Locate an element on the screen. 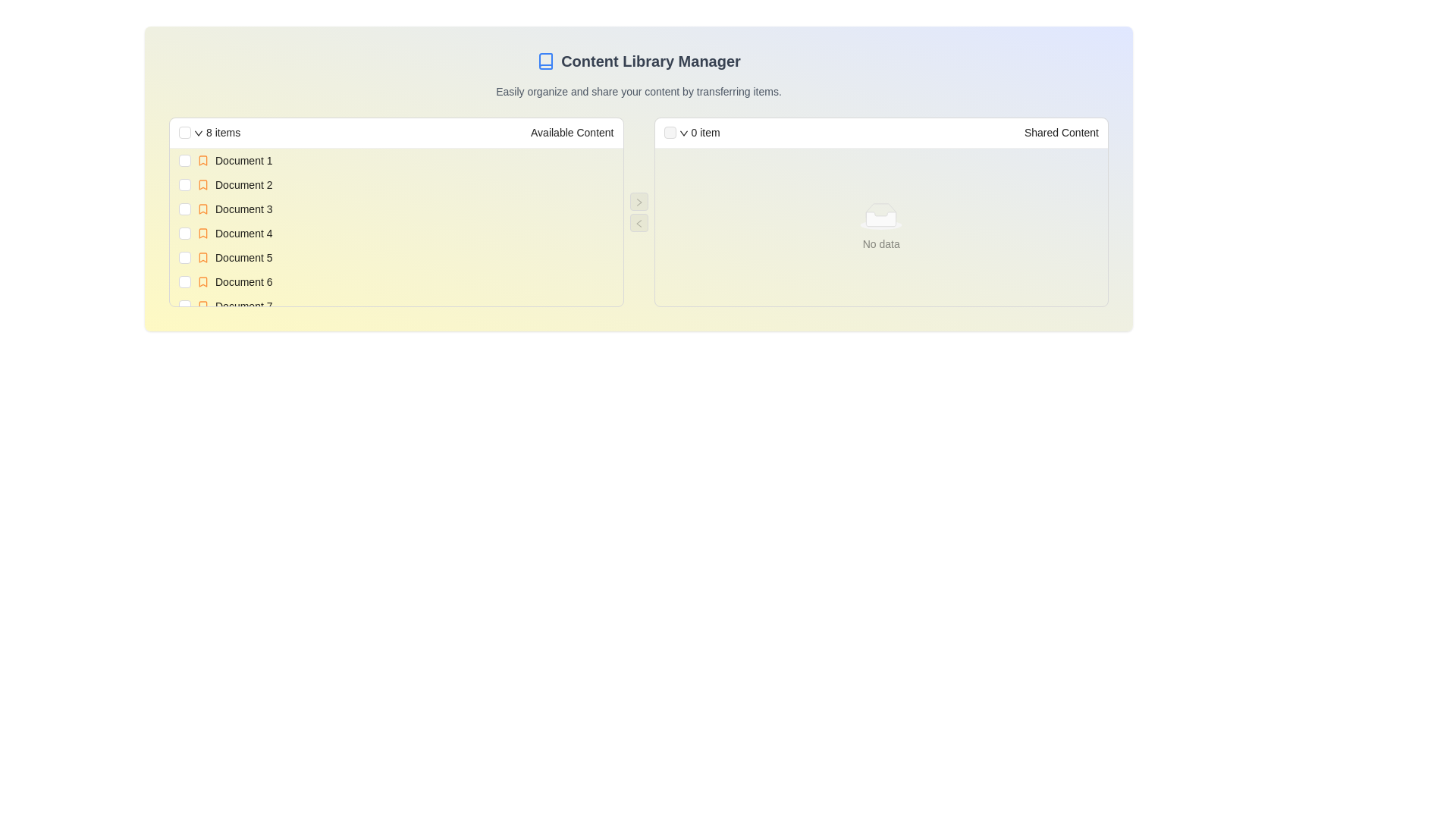  the bookmark icon associated with 'Document 2' in the 'Available Content' section, which is the second icon in the vertical list of items is located at coordinates (202, 184).